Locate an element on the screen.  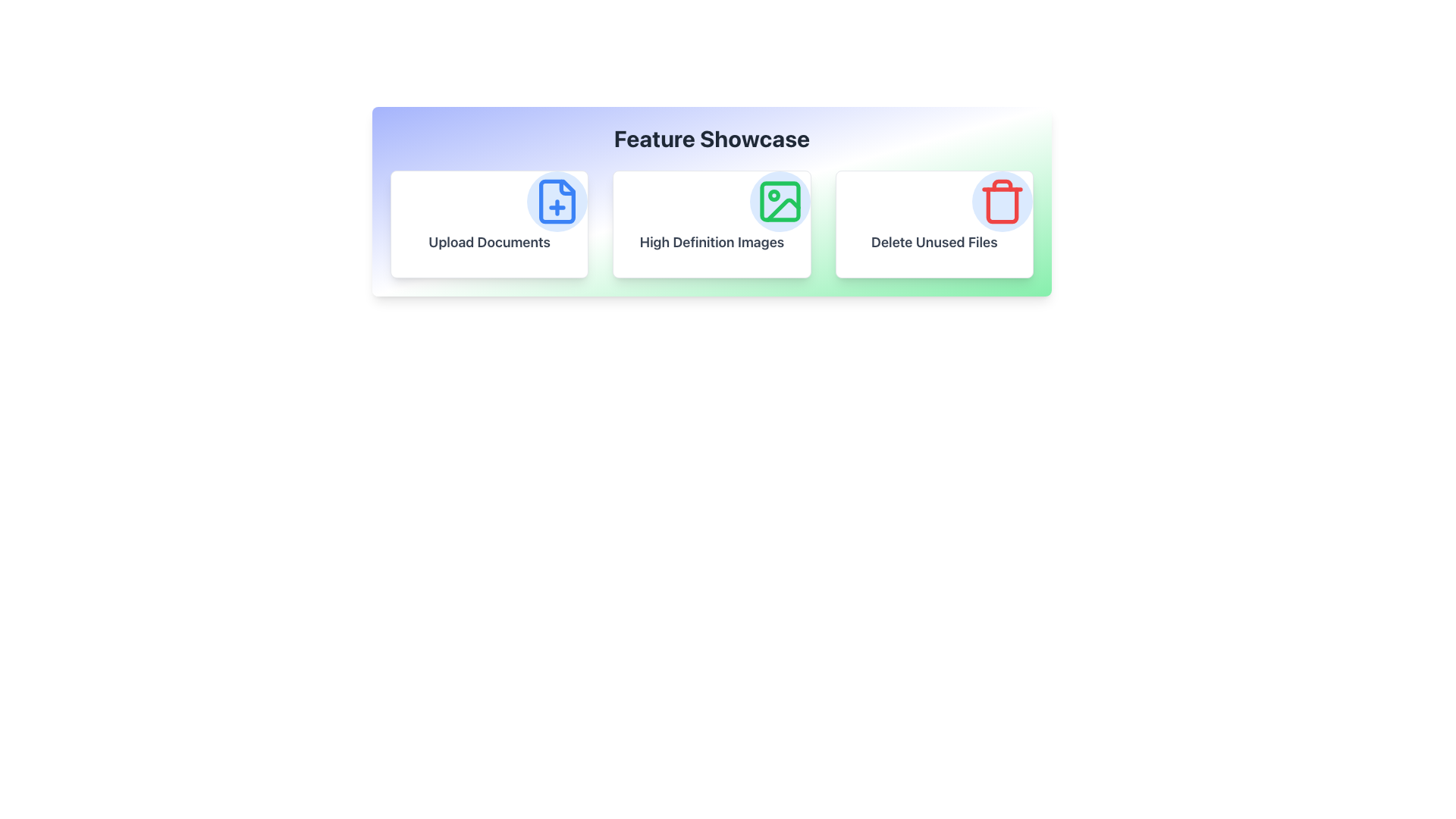
the upload icon located in the top-right corner of the 'Upload Documents' card, which has a rounded white background is located at coordinates (557, 201).